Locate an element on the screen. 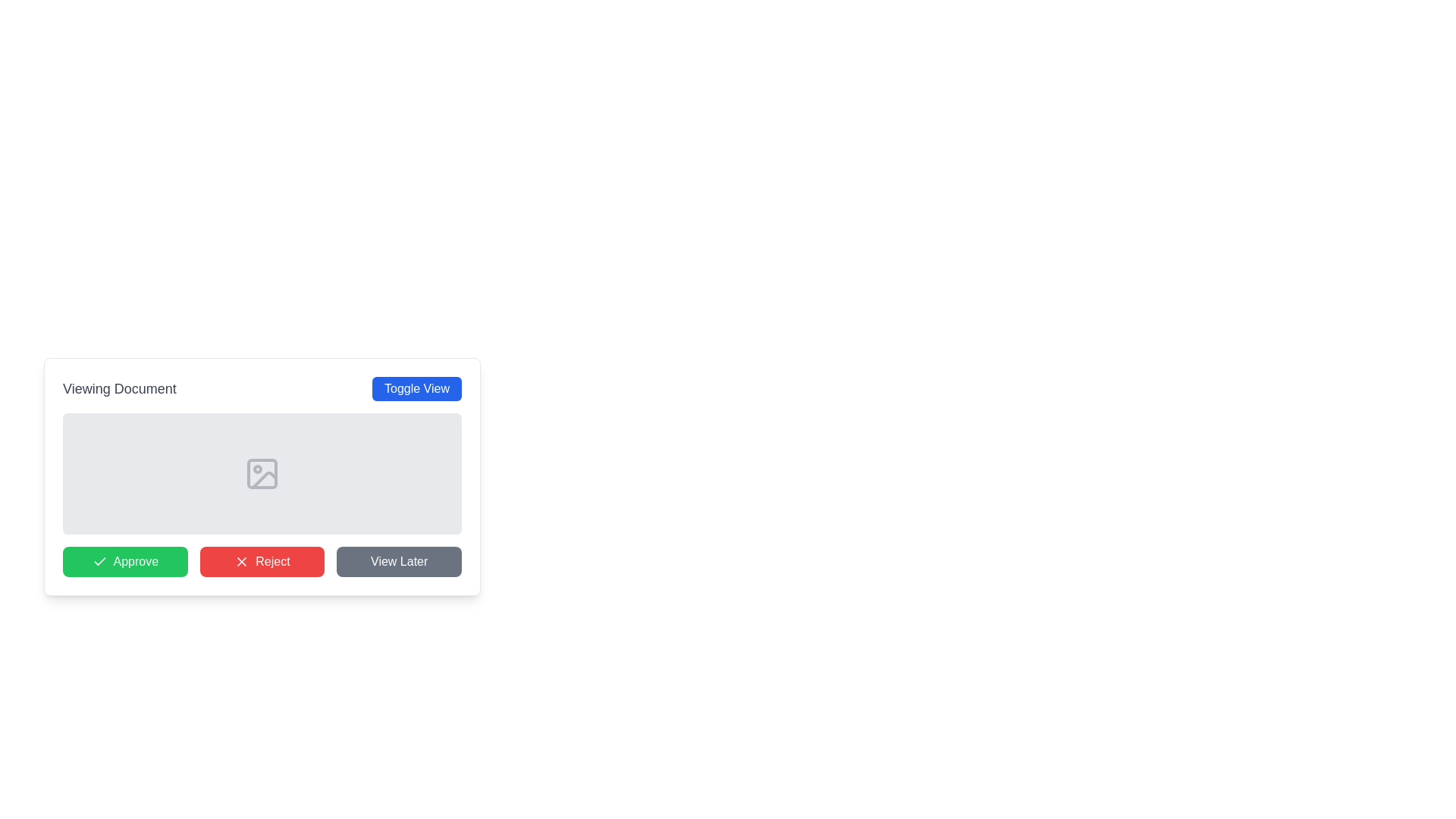  the close/dismiss icon, which is a small, cross-shaped graphical icon located towards the top-right region of the interface is located at coordinates (241, 561).